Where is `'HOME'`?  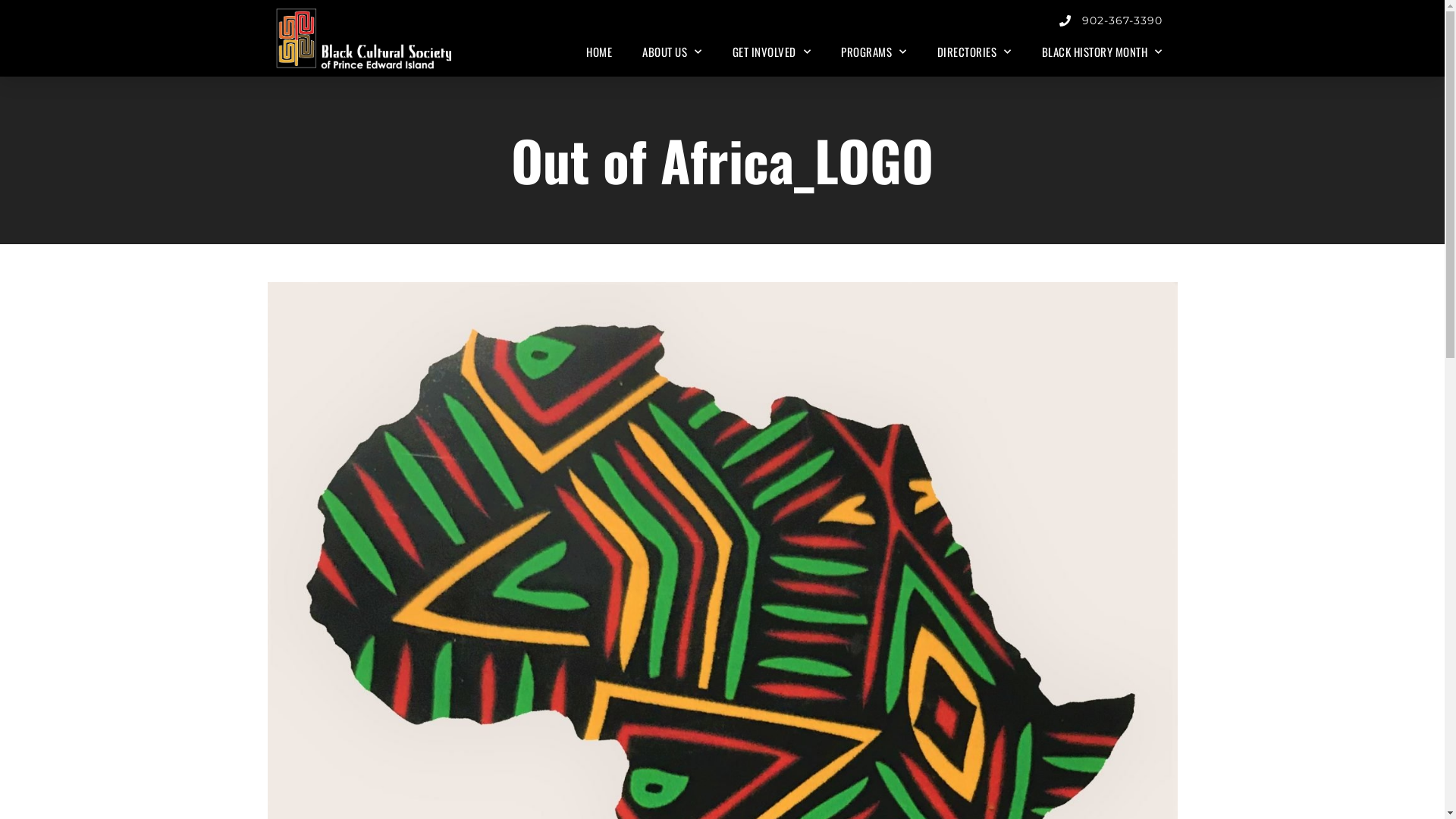 'HOME' is located at coordinates (598, 51).